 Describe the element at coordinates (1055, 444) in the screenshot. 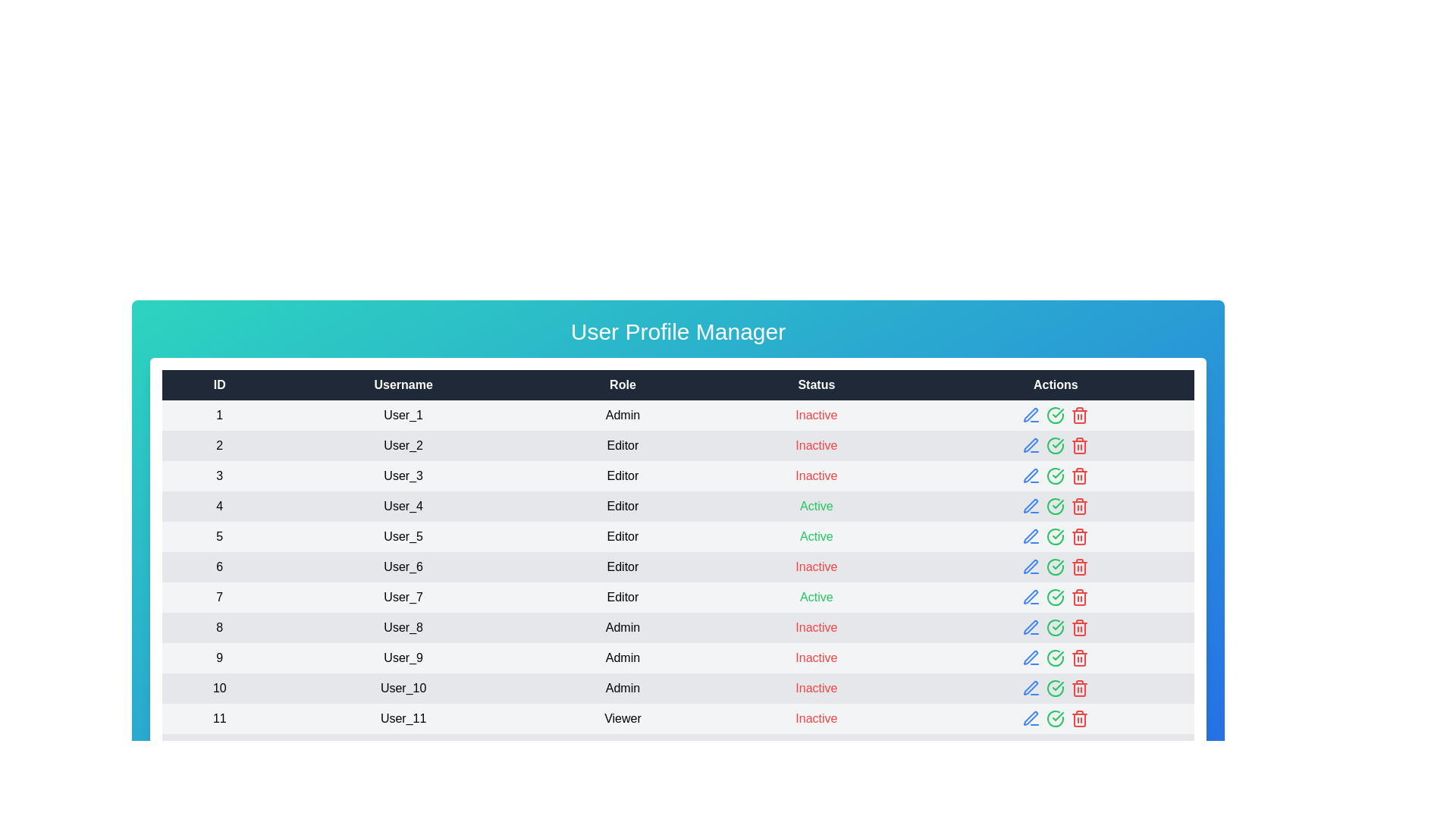

I see `the status icon to change the user's status to Inactive` at that location.